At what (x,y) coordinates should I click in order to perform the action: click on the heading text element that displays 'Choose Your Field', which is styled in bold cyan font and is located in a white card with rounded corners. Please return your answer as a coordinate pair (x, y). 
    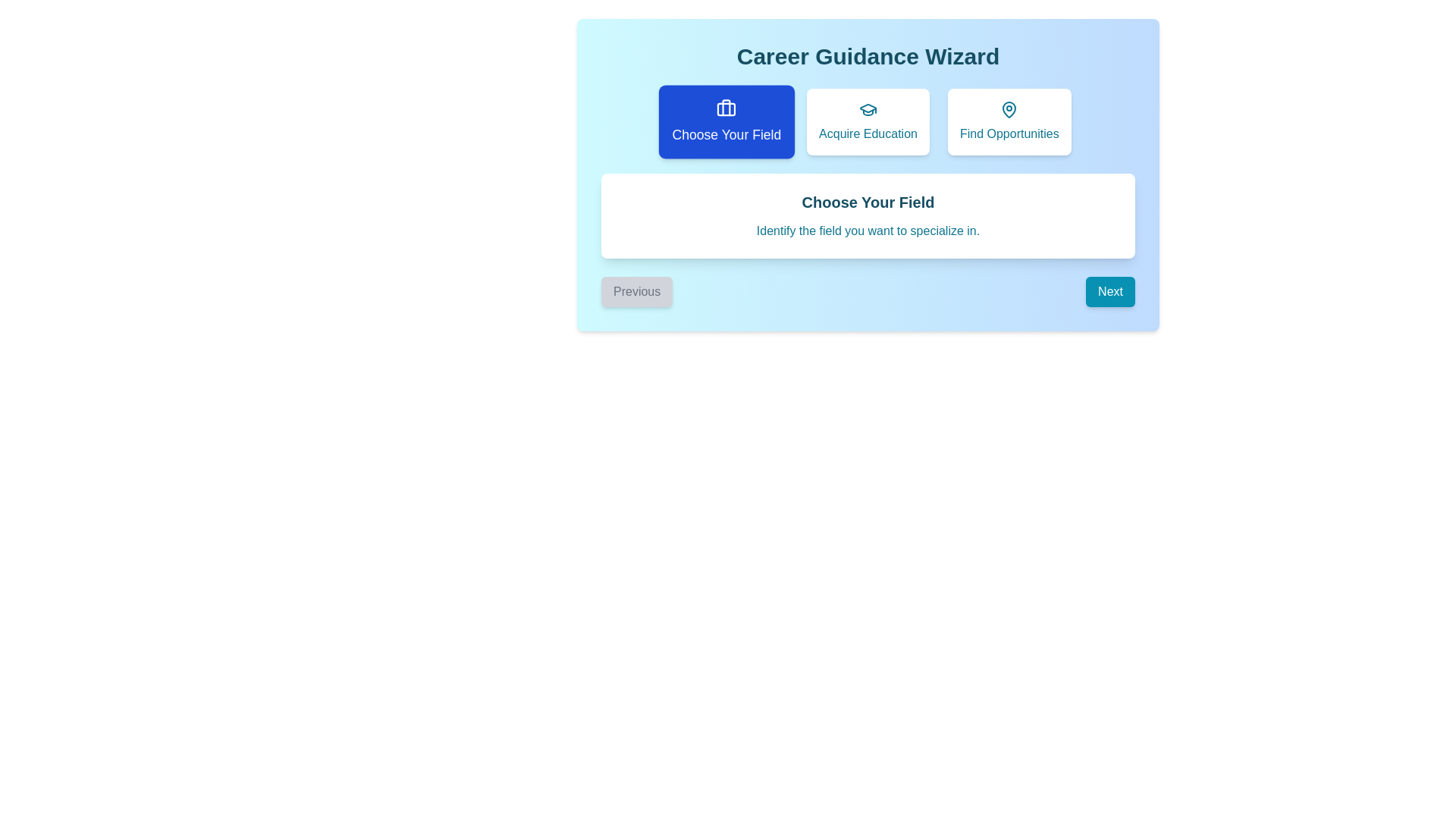
    Looking at the image, I should click on (868, 201).